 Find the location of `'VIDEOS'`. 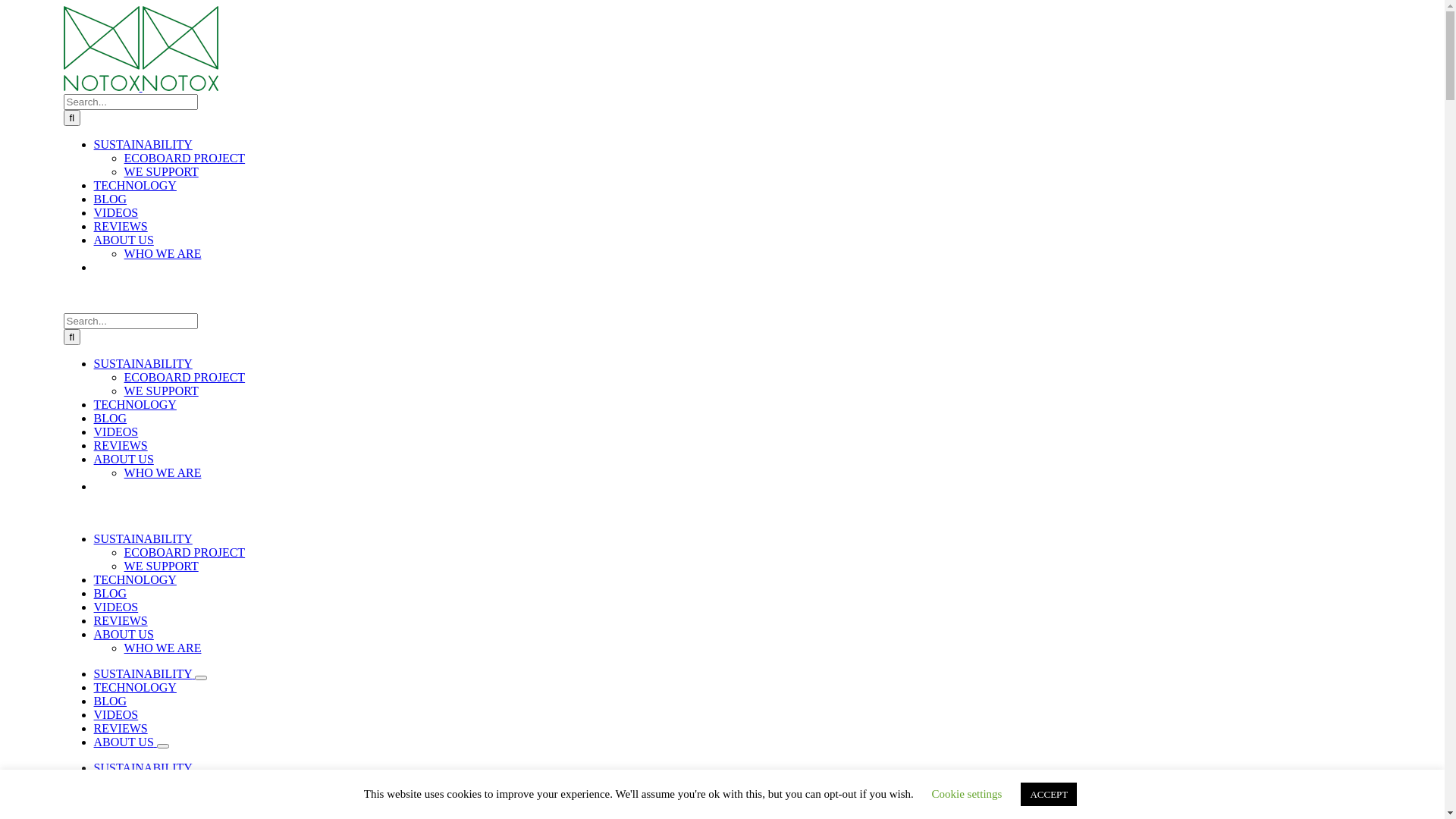

'VIDEOS' is located at coordinates (93, 212).